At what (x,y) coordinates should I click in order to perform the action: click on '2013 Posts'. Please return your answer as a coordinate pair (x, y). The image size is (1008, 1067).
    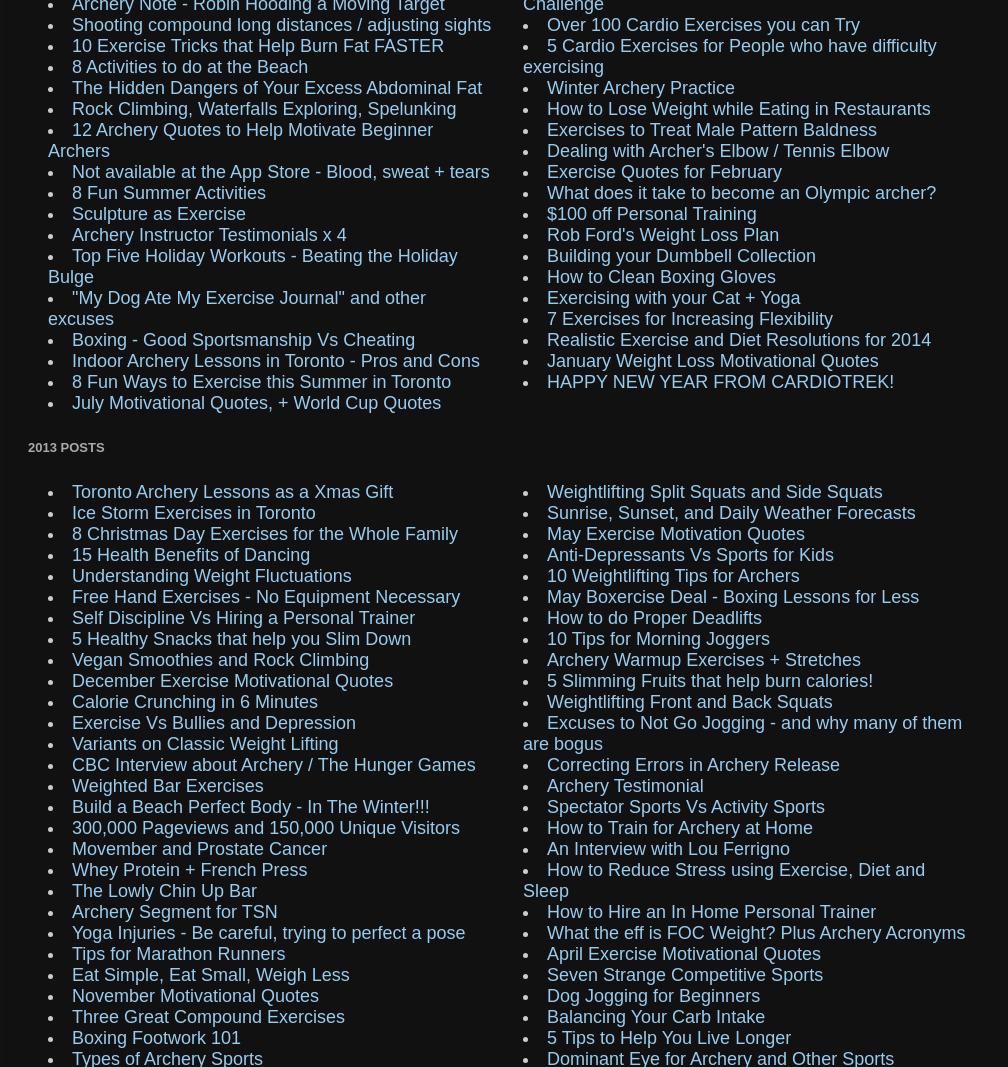
    Looking at the image, I should click on (66, 446).